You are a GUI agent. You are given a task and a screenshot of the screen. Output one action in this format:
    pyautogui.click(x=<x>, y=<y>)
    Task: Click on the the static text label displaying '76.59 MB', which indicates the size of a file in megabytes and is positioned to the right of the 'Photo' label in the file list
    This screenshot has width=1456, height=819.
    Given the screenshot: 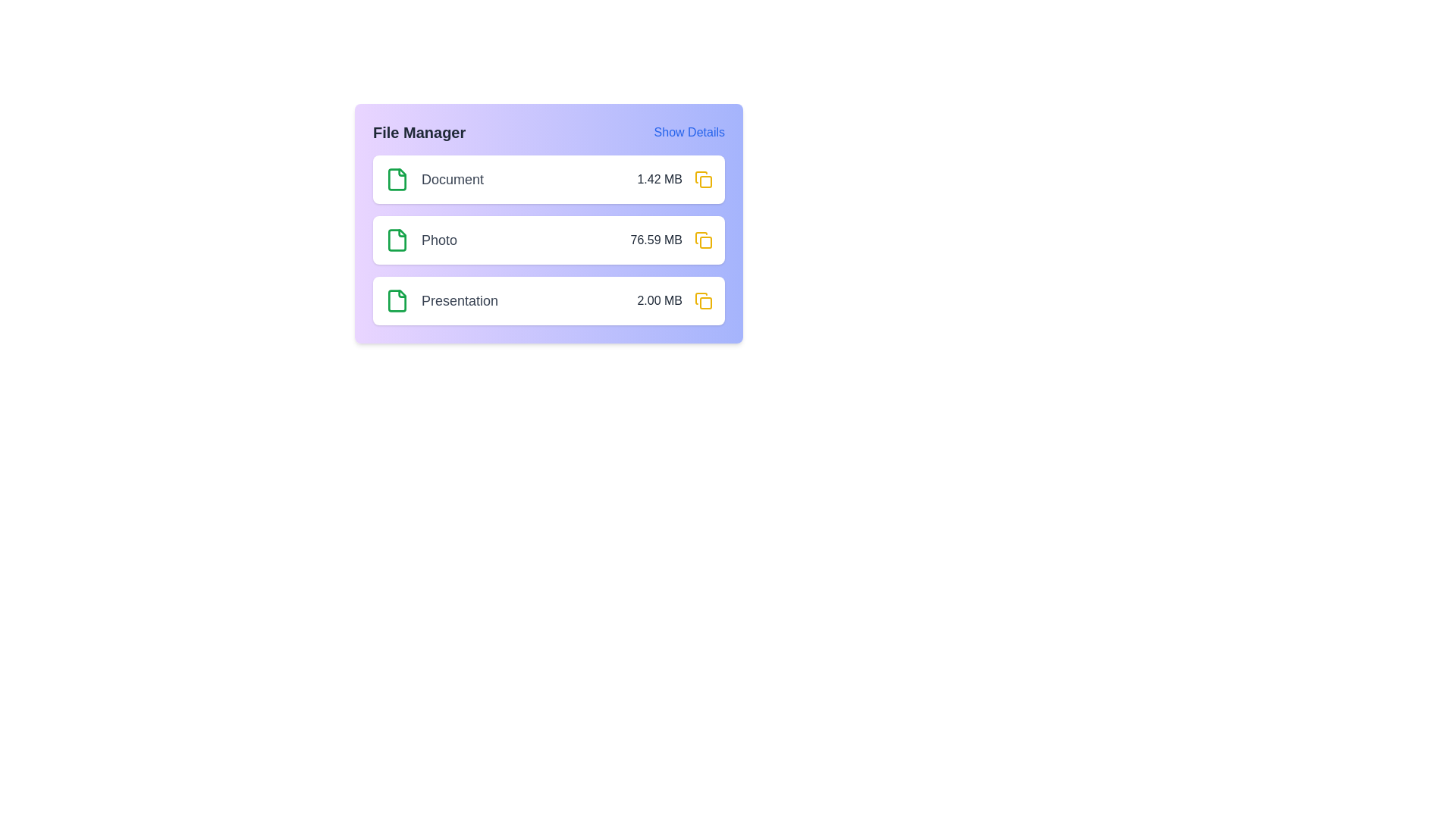 What is the action you would take?
    pyautogui.click(x=656, y=239)
    